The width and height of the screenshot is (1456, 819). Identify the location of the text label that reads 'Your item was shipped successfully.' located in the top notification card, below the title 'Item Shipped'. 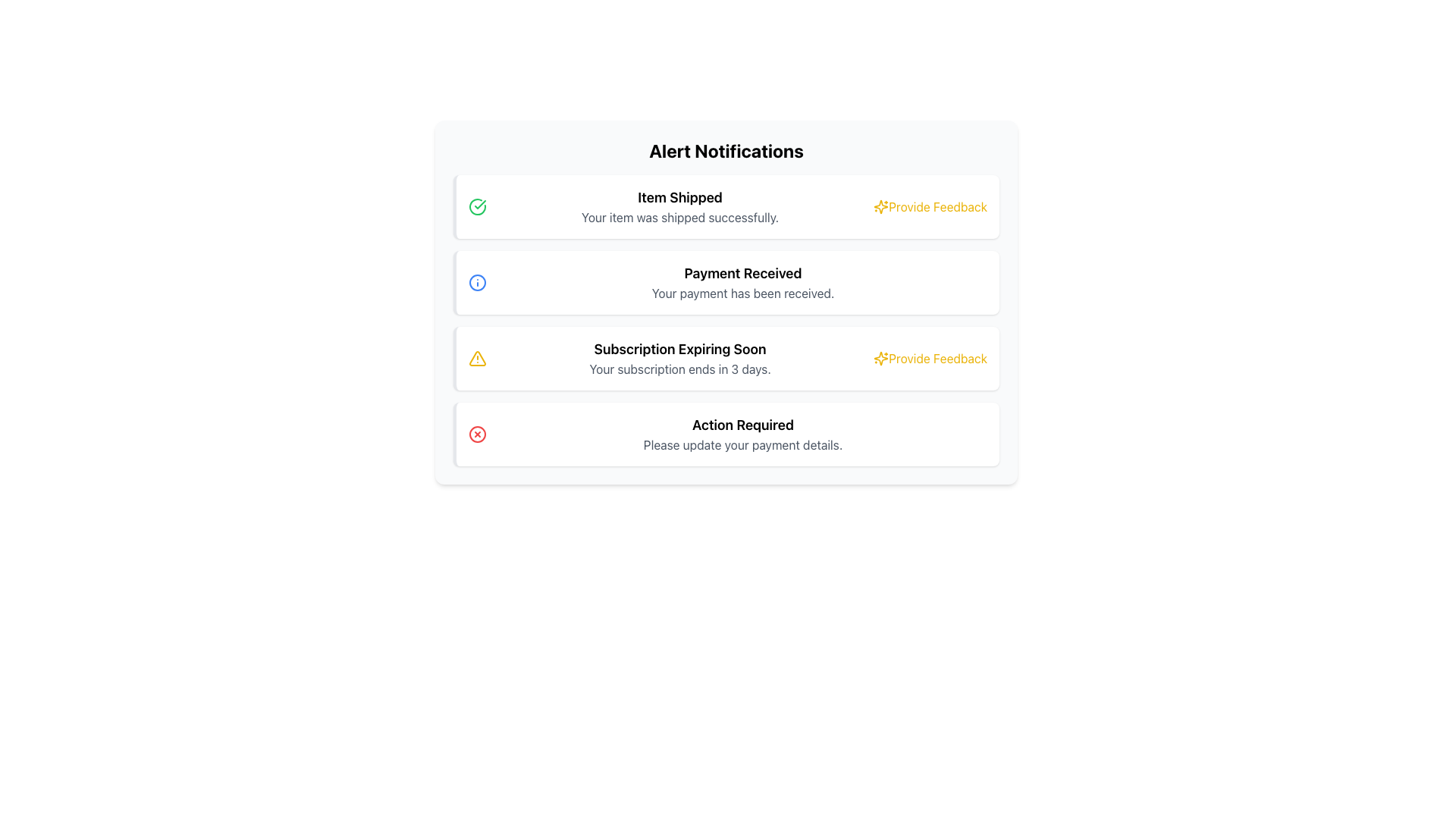
(679, 217).